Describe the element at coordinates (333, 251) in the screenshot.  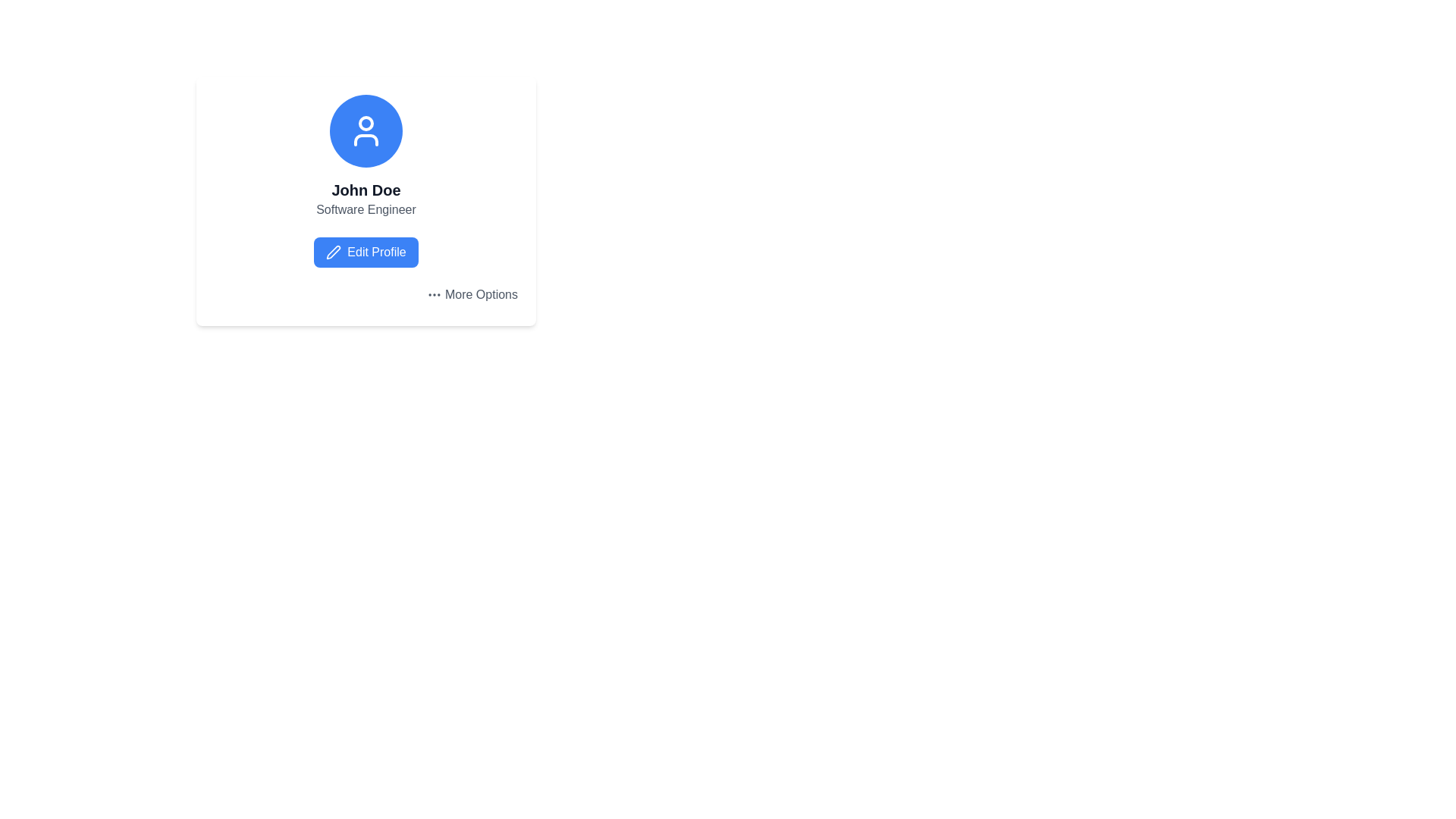
I see `the blue pen icon located to the left of the 'Edit Profile' button within the profile card interface` at that location.